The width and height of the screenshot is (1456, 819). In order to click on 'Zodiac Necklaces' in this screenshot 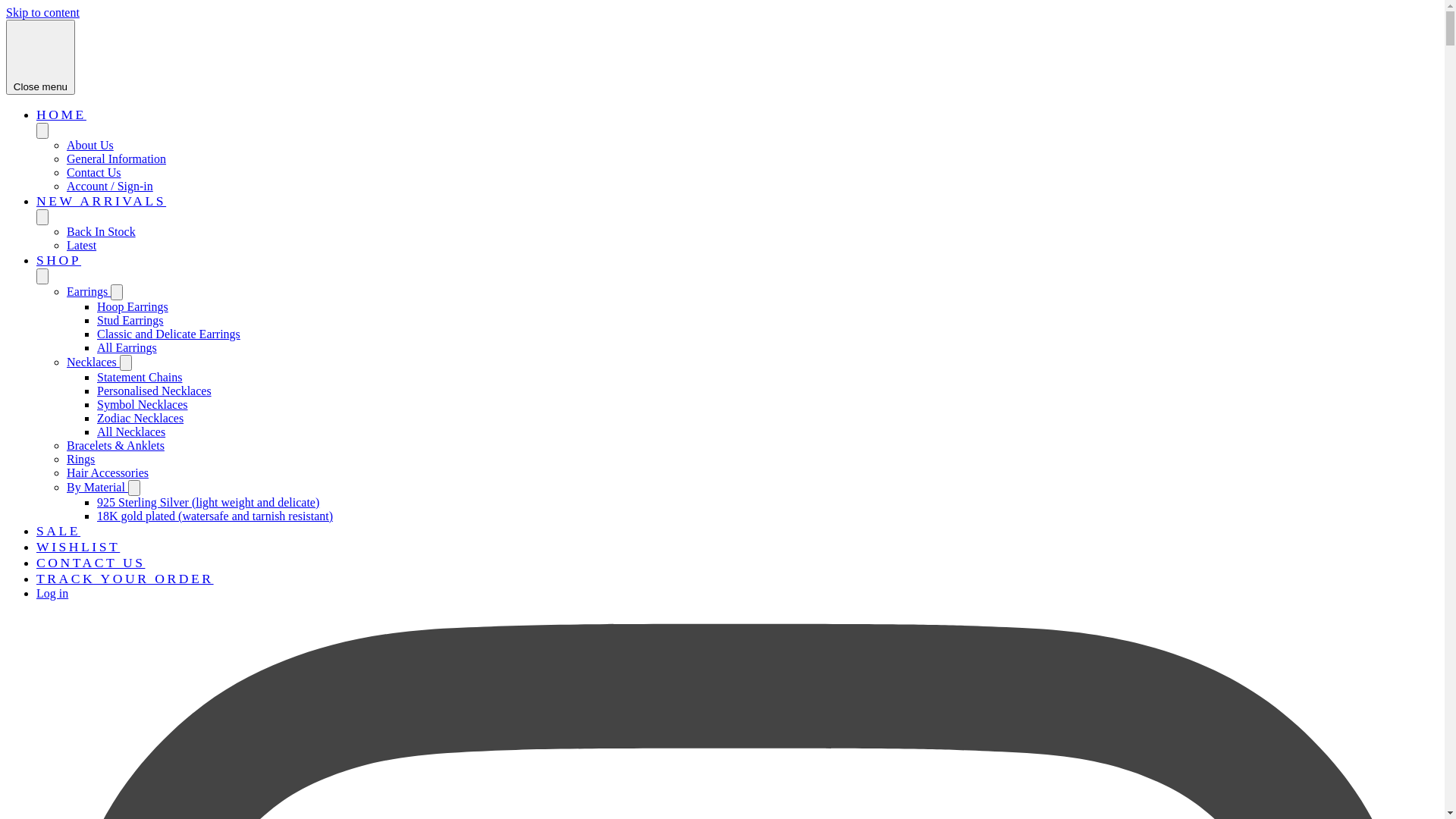, I will do `click(96, 418)`.